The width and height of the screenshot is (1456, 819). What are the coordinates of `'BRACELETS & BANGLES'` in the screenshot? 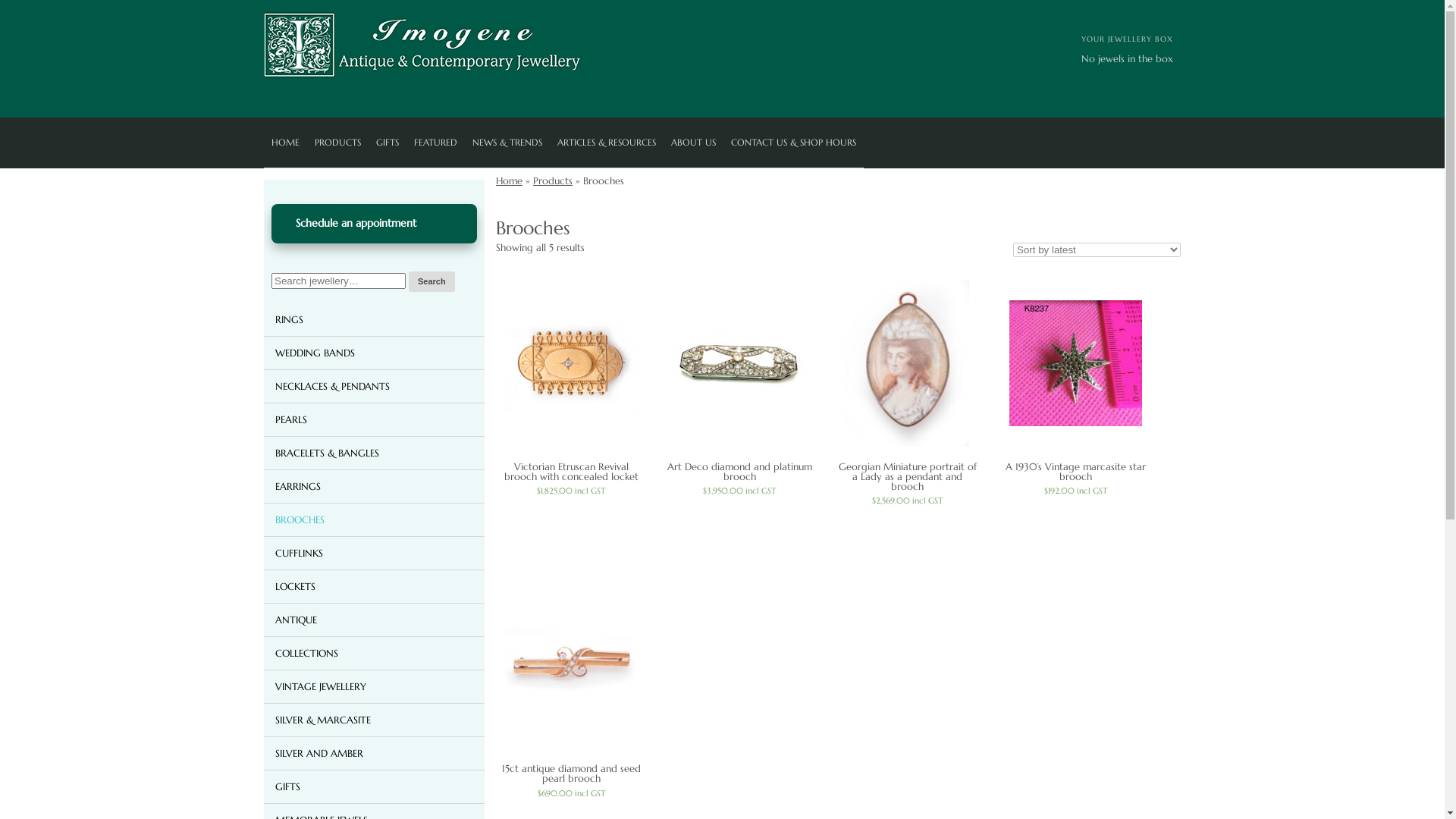 It's located at (374, 451).